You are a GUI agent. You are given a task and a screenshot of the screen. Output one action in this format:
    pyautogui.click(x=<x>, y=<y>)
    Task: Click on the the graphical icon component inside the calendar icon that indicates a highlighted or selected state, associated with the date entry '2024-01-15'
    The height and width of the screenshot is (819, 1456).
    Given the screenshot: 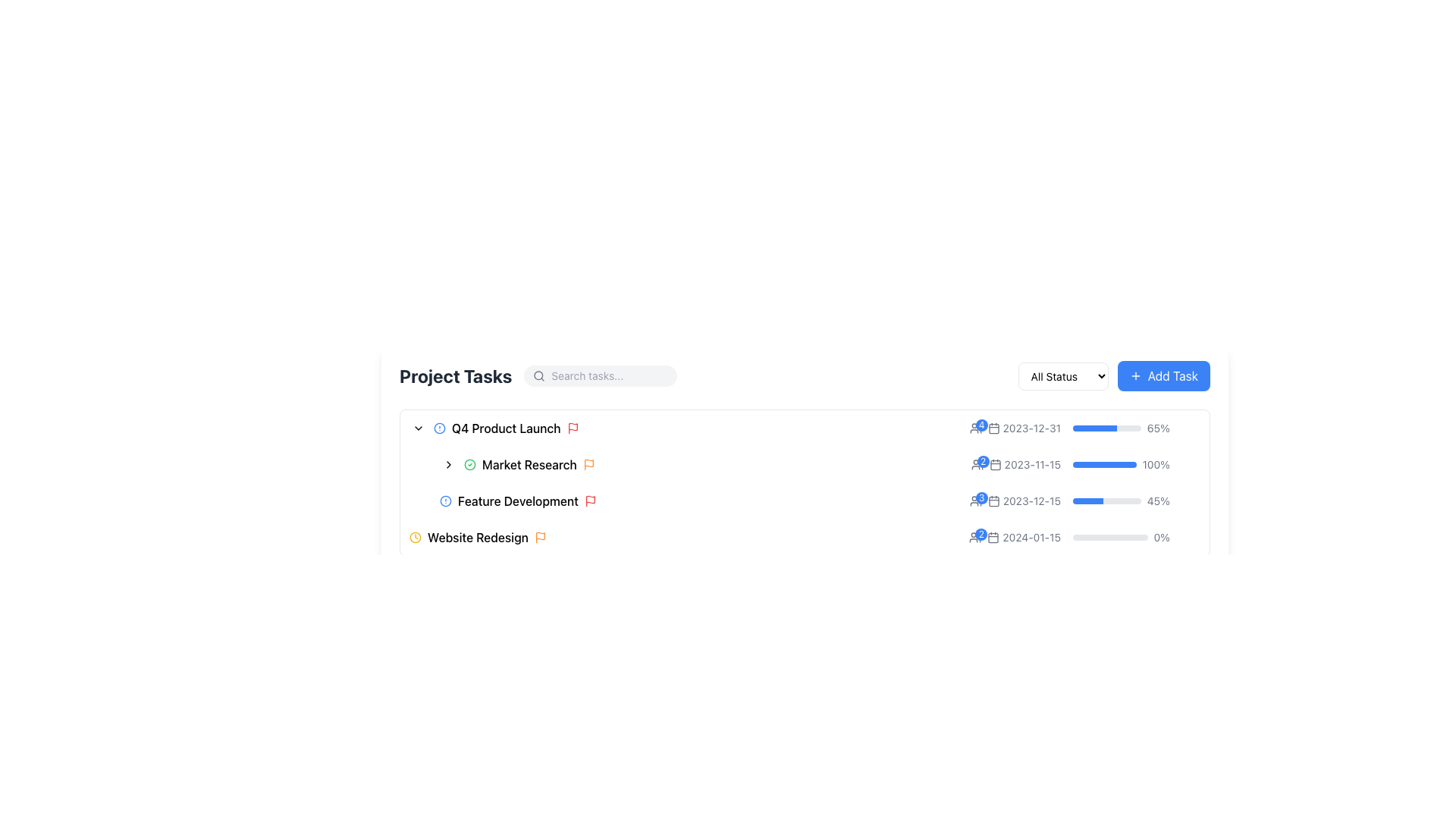 What is the action you would take?
    pyautogui.click(x=993, y=537)
    